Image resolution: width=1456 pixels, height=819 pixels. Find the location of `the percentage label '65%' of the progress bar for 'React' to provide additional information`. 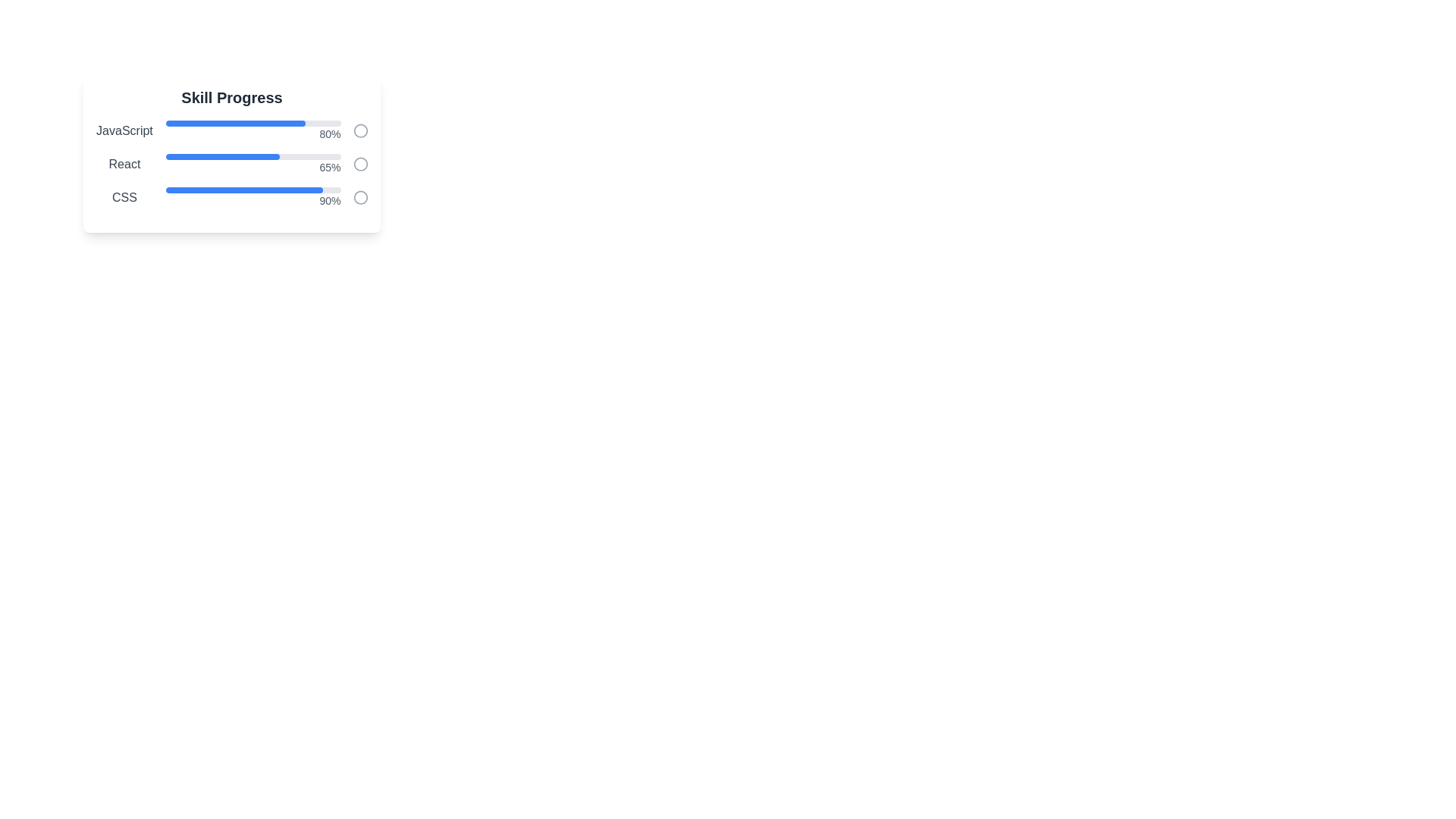

the percentage label '65%' of the progress bar for 'React' to provide additional information is located at coordinates (253, 164).